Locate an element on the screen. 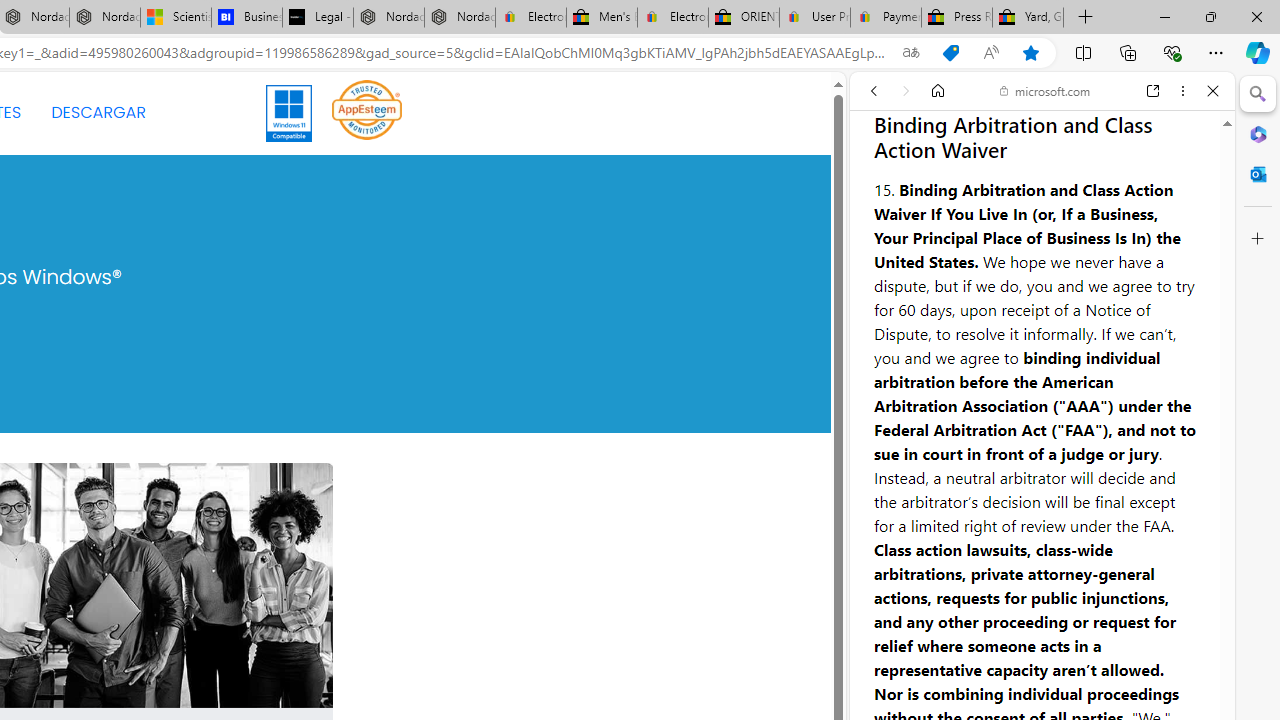  'Shopping in Microsoft Edge' is located at coordinates (950, 52).